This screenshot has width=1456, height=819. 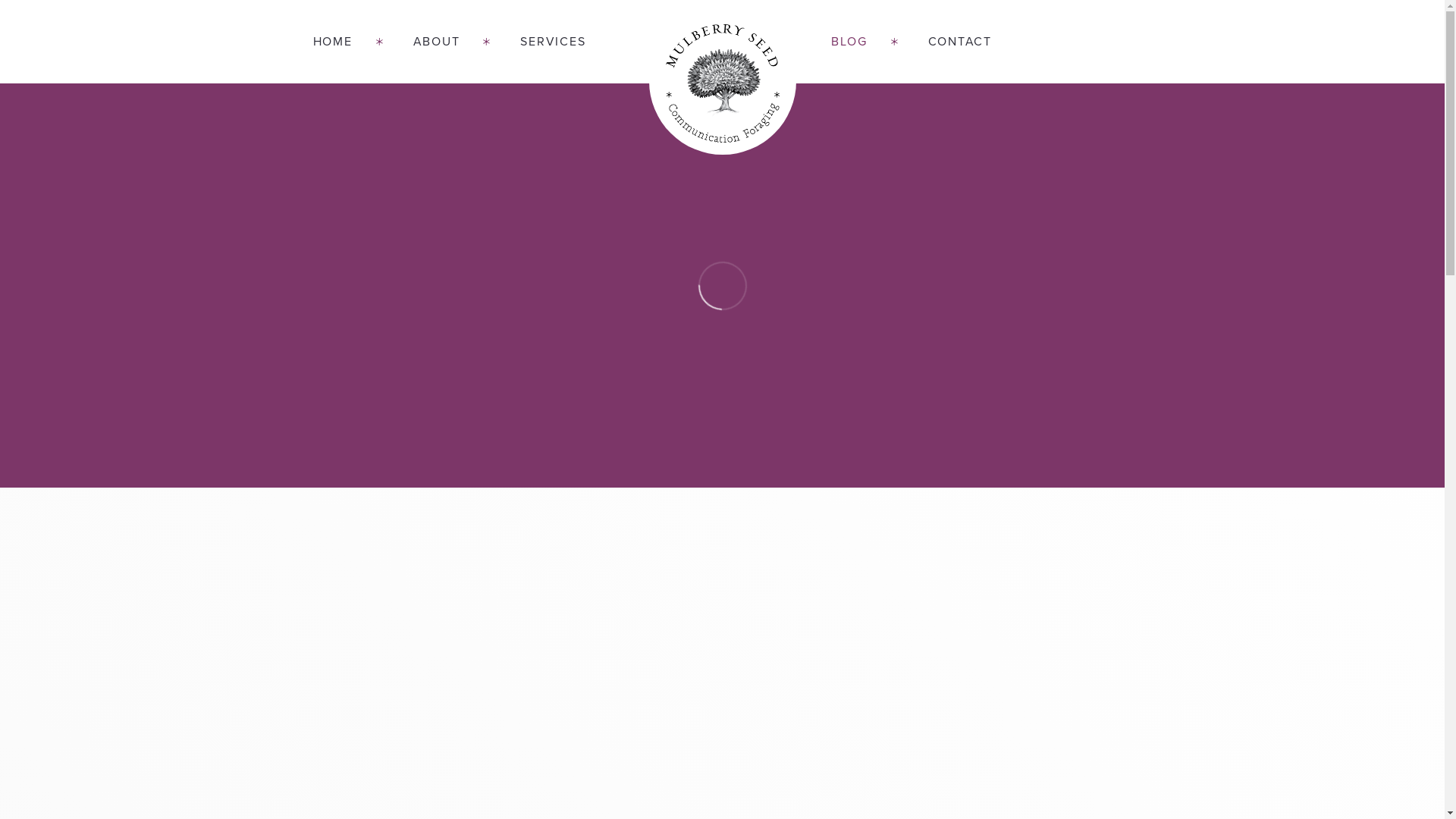 I want to click on 'ABOUT', so click(x=382, y=40).